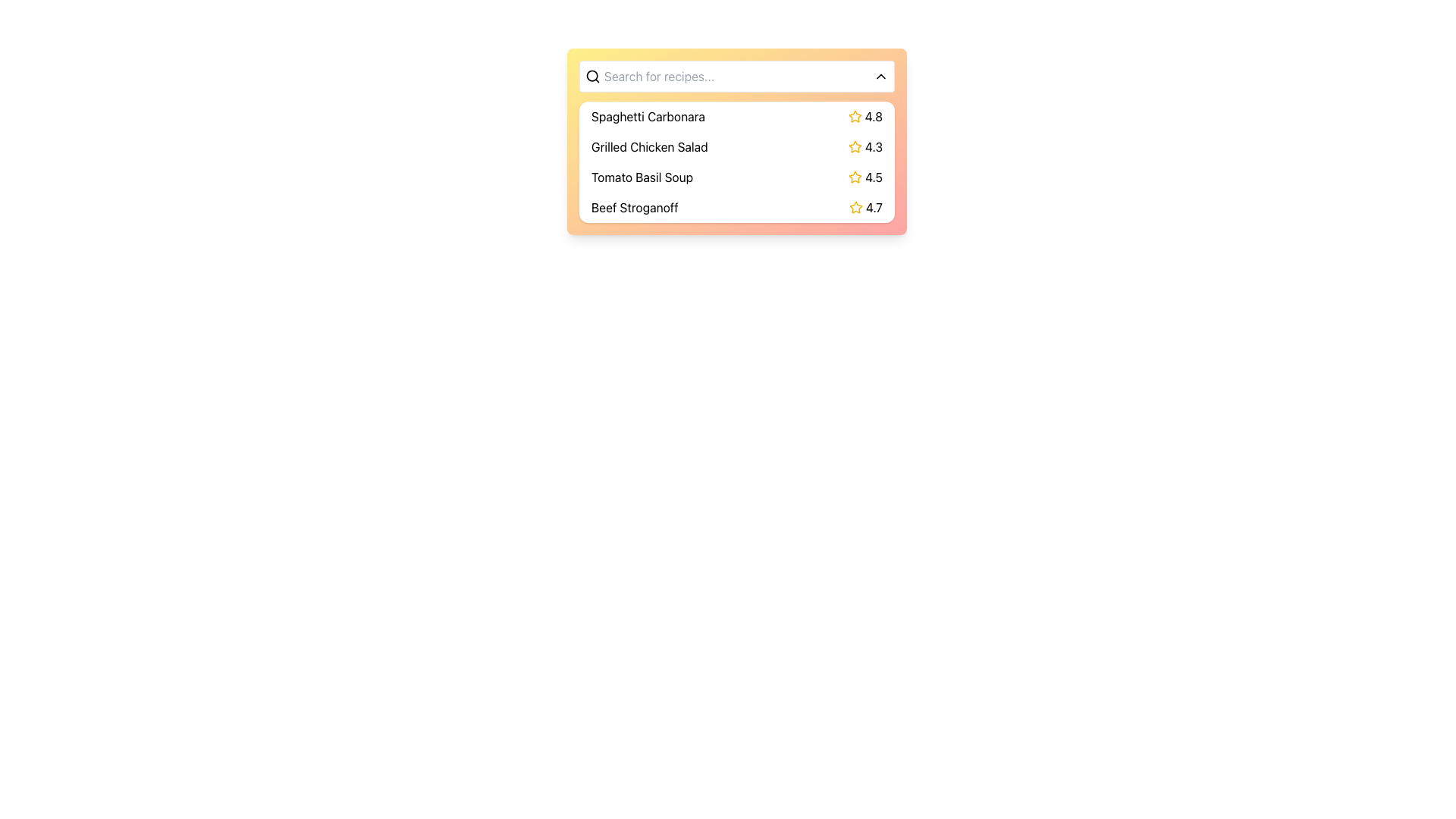  What do you see at coordinates (736, 162) in the screenshot?
I see `the third menu item in the list` at bounding box center [736, 162].